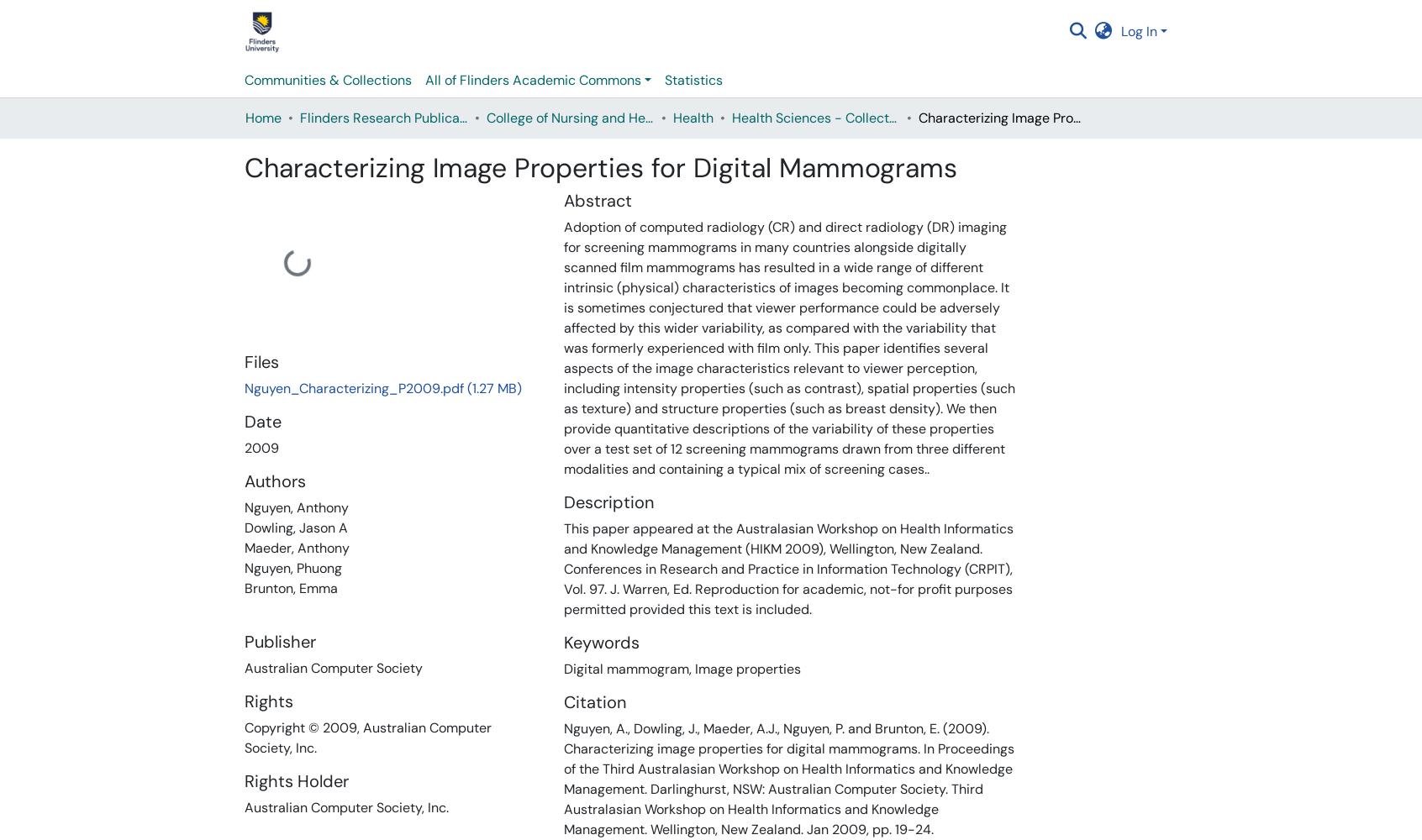  What do you see at coordinates (279, 642) in the screenshot?
I see `'Publisher'` at bounding box center [279, 642].